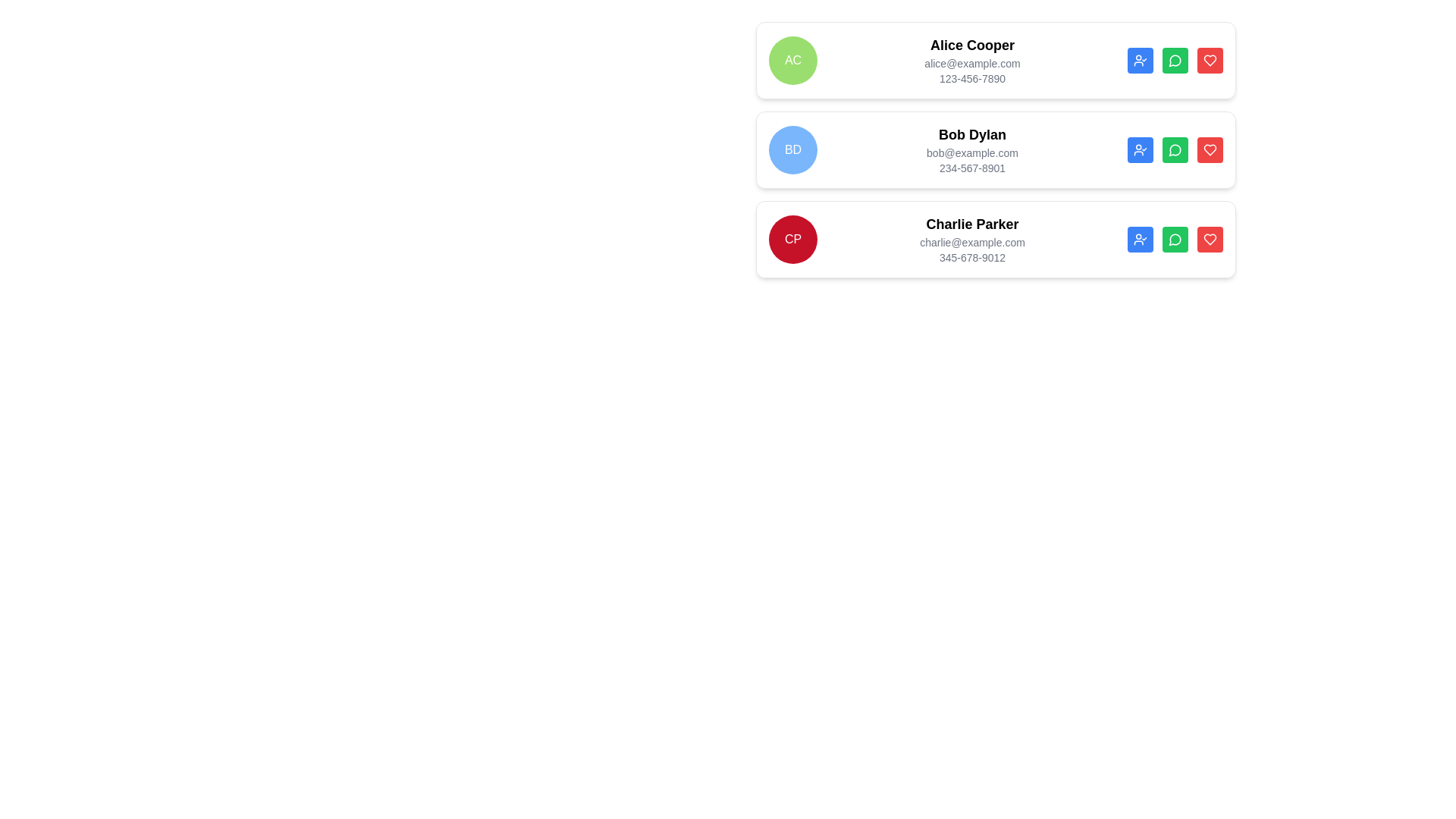  What do you see at coordinates (1140, 239) in the screenshot?
I see `the confirmation icon button for 'Charlie Parker'` at bounding box center [1140, 239].